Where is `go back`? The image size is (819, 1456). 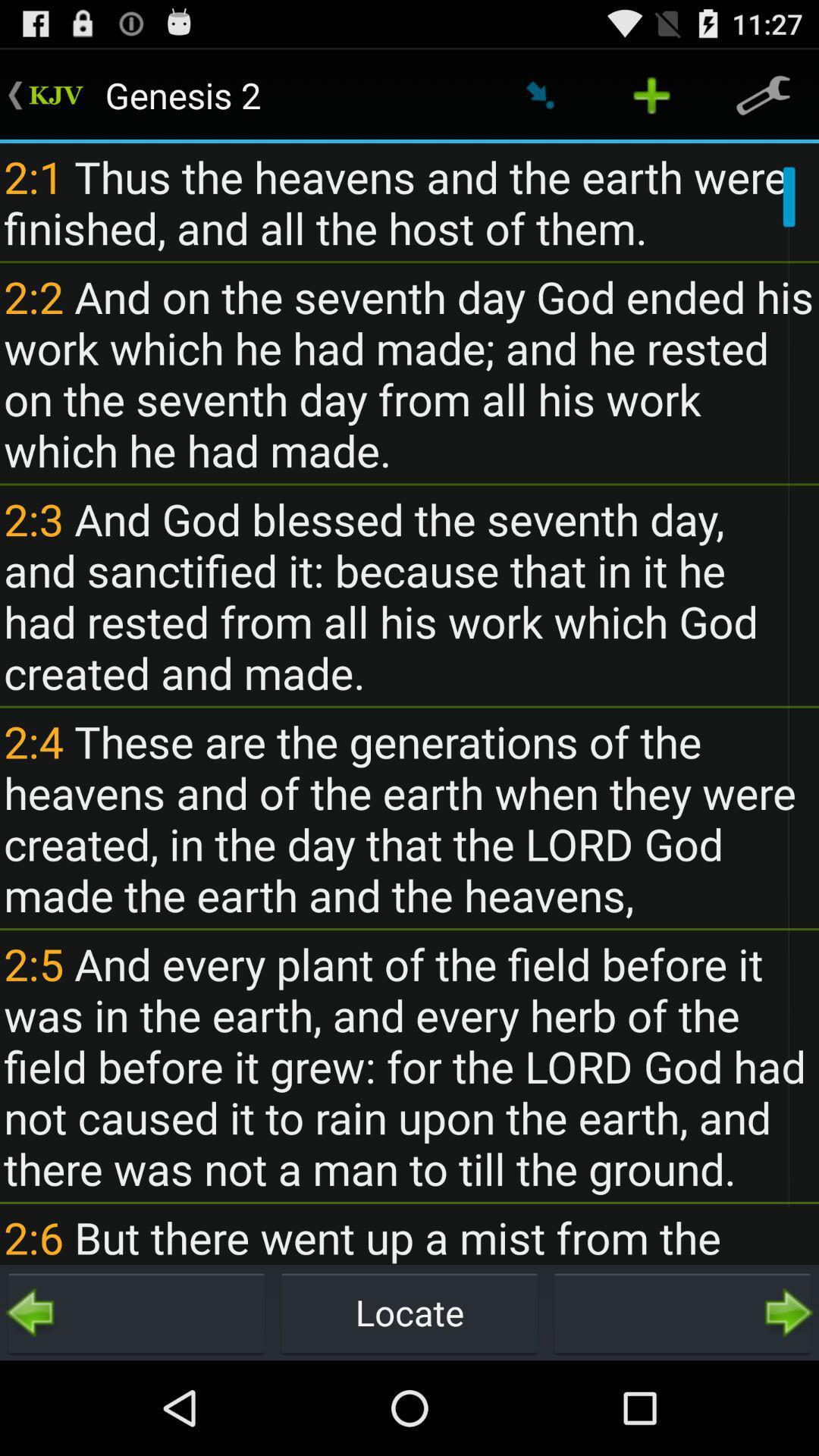 go back is located at coordinates (136, 1312).